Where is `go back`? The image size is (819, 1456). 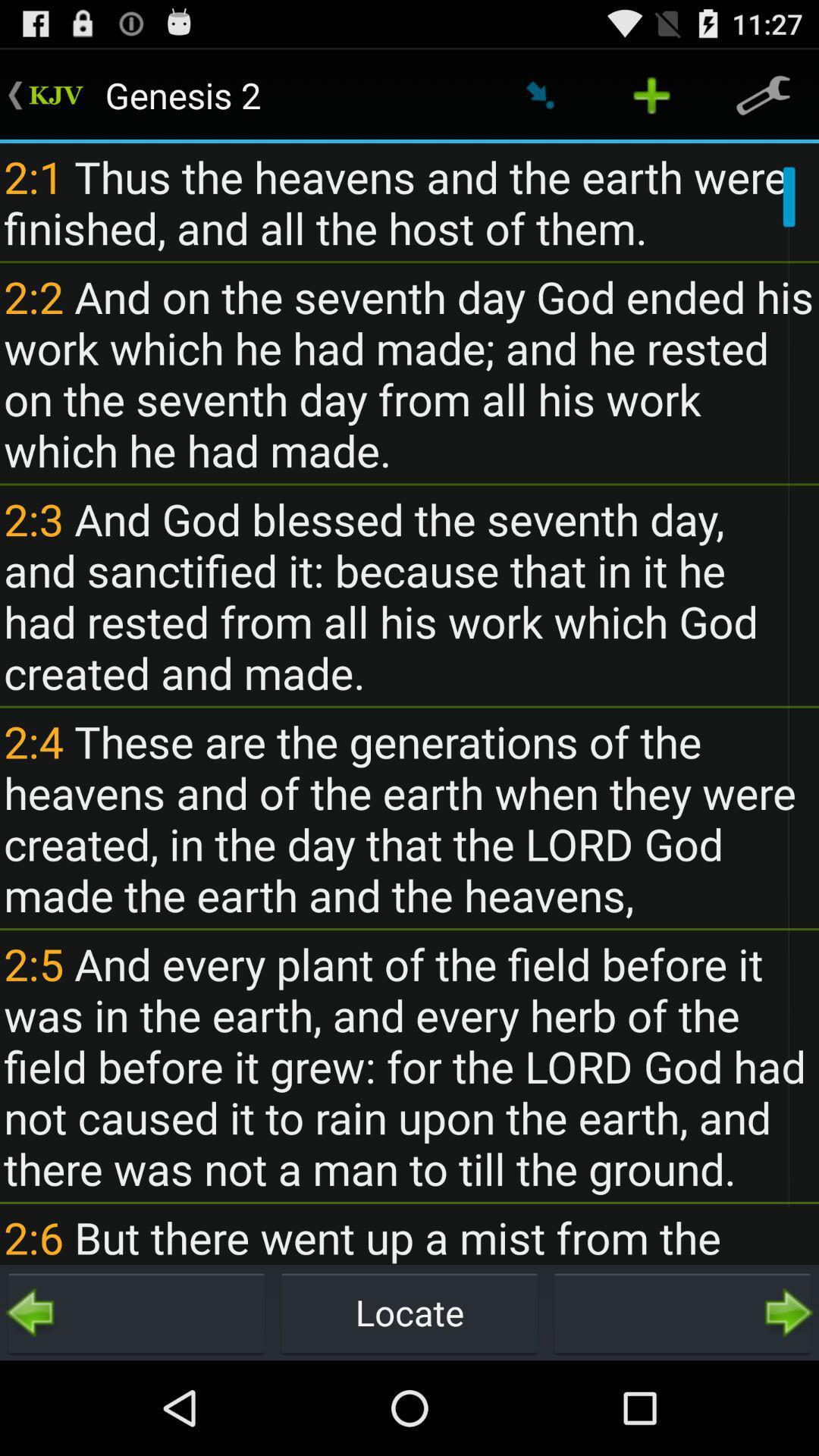 go back is located at coordinates (136, 1312).